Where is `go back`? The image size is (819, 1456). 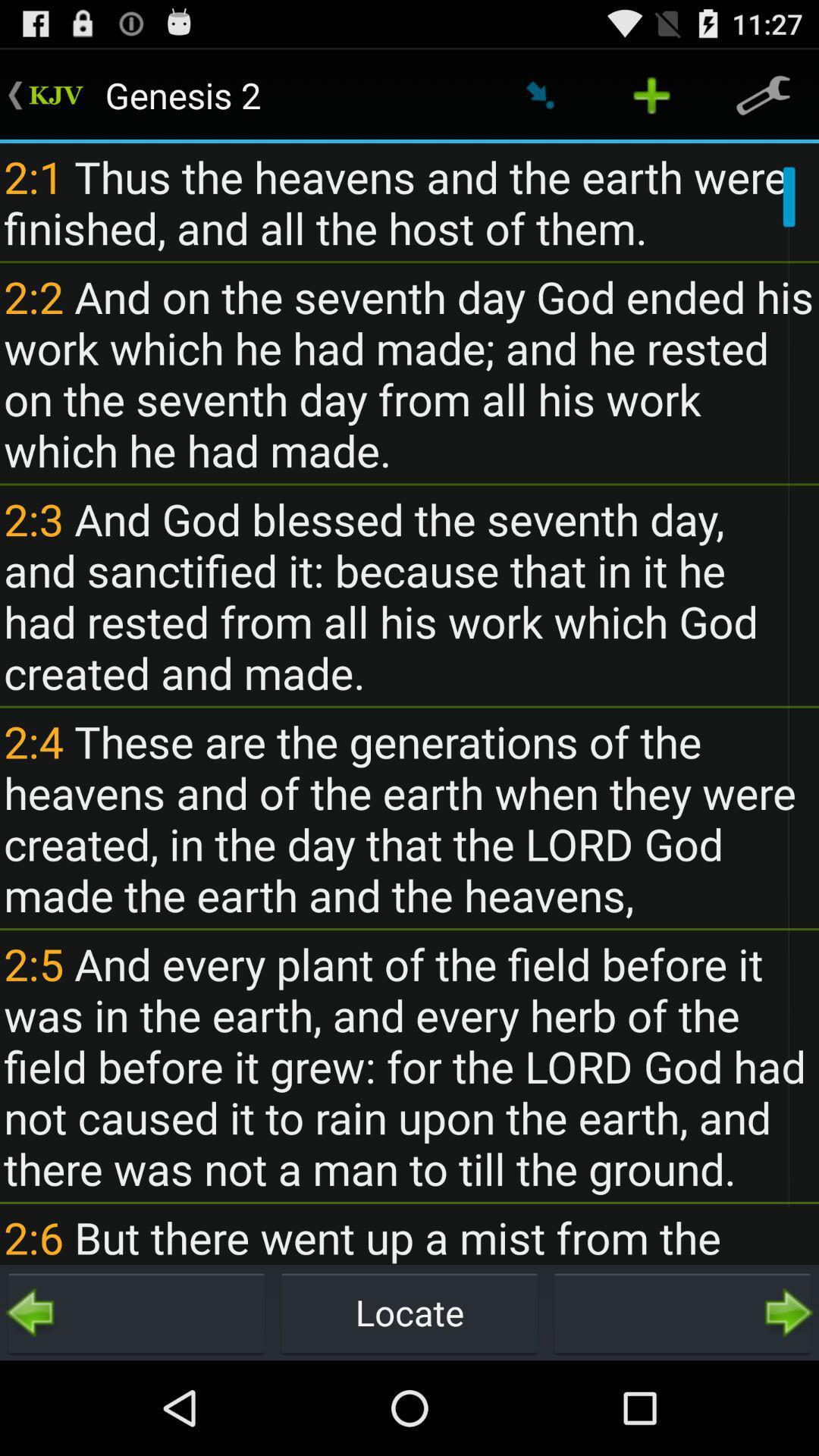 go back is located at coordinates (136, 1312).